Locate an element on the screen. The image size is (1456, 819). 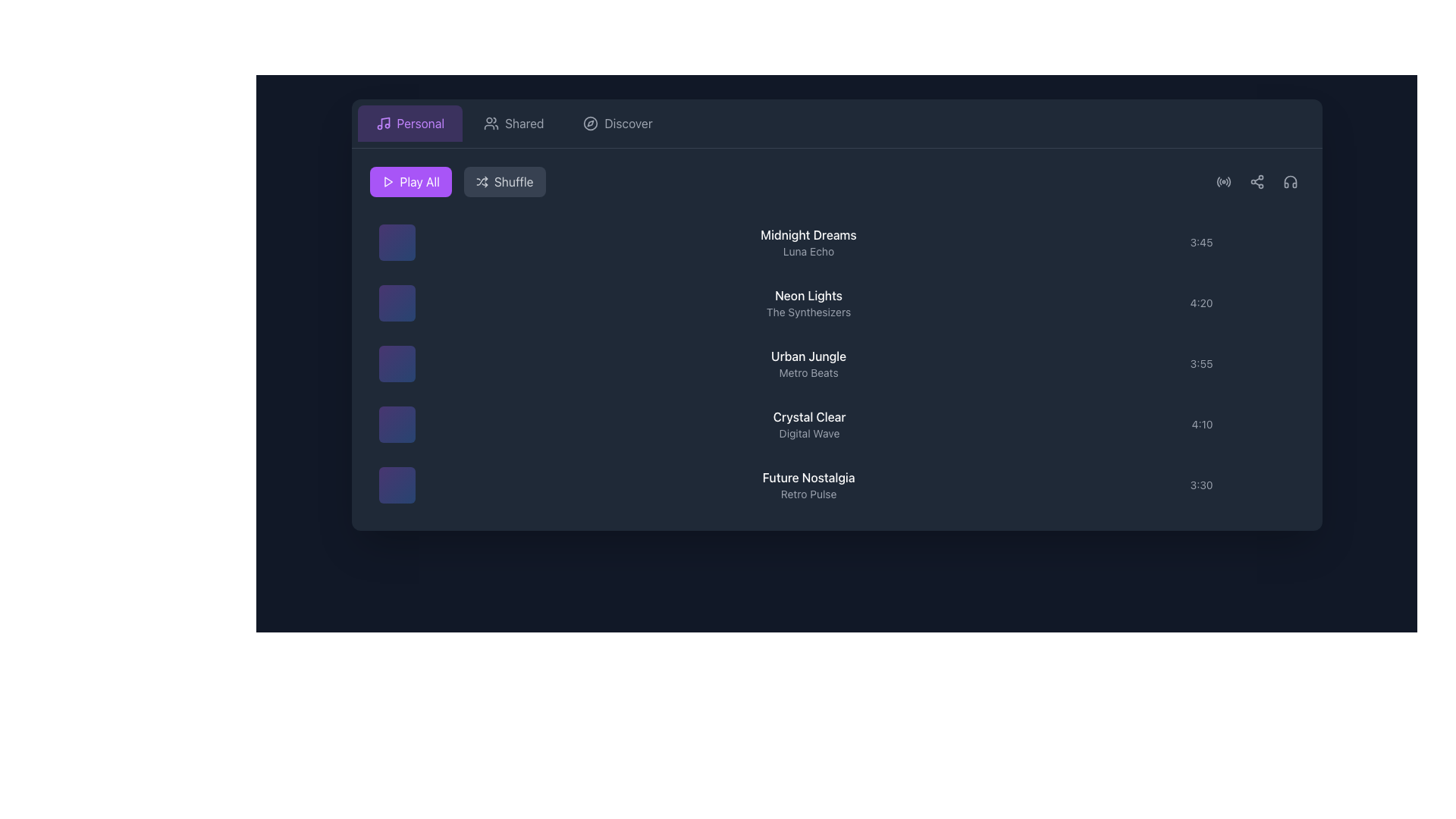
the add or expand button located to the right of the '4:20' timestamp is located at coordinates (1260, 303).